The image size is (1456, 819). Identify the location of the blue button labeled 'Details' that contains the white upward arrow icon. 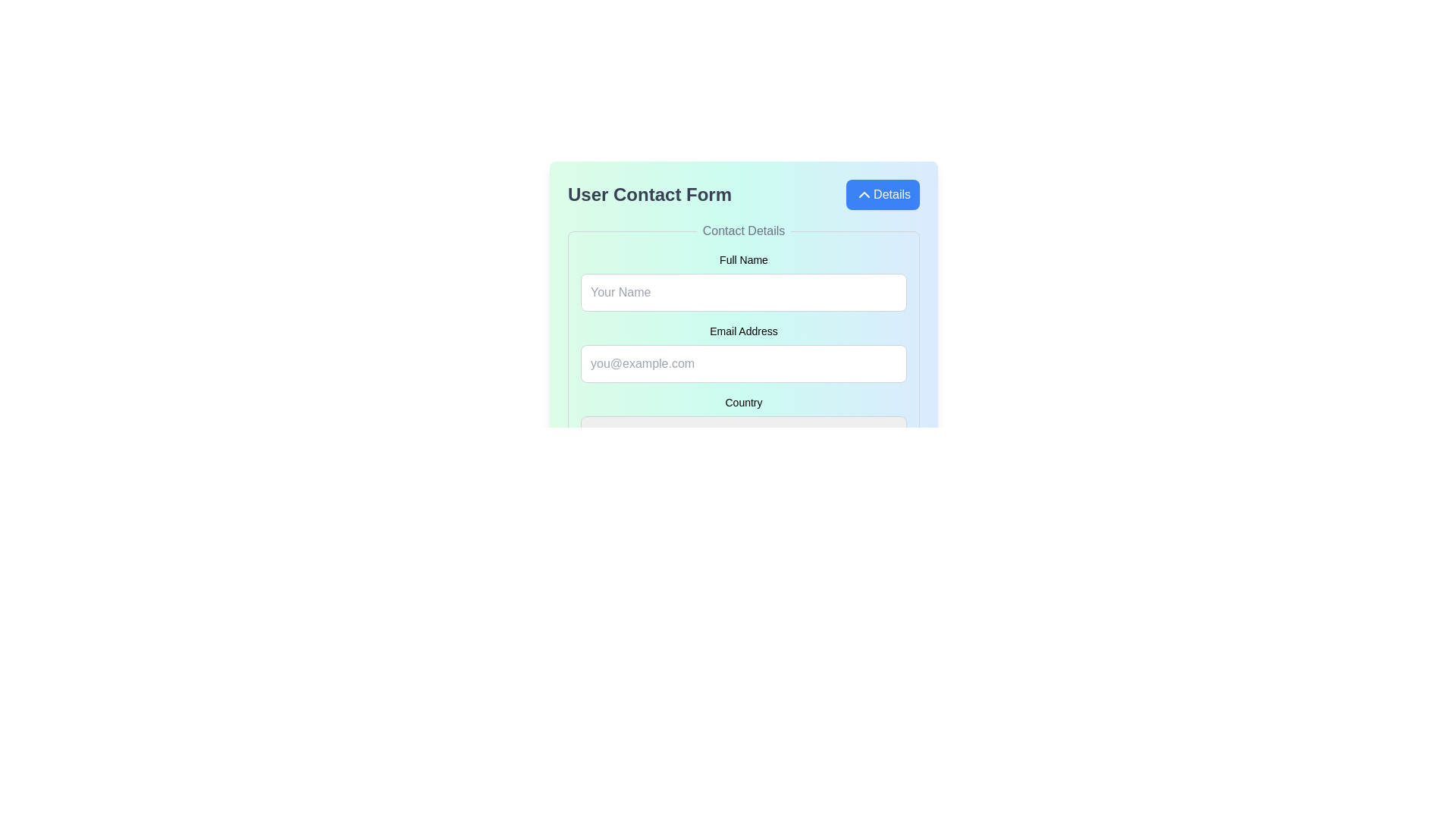
(864, 194).